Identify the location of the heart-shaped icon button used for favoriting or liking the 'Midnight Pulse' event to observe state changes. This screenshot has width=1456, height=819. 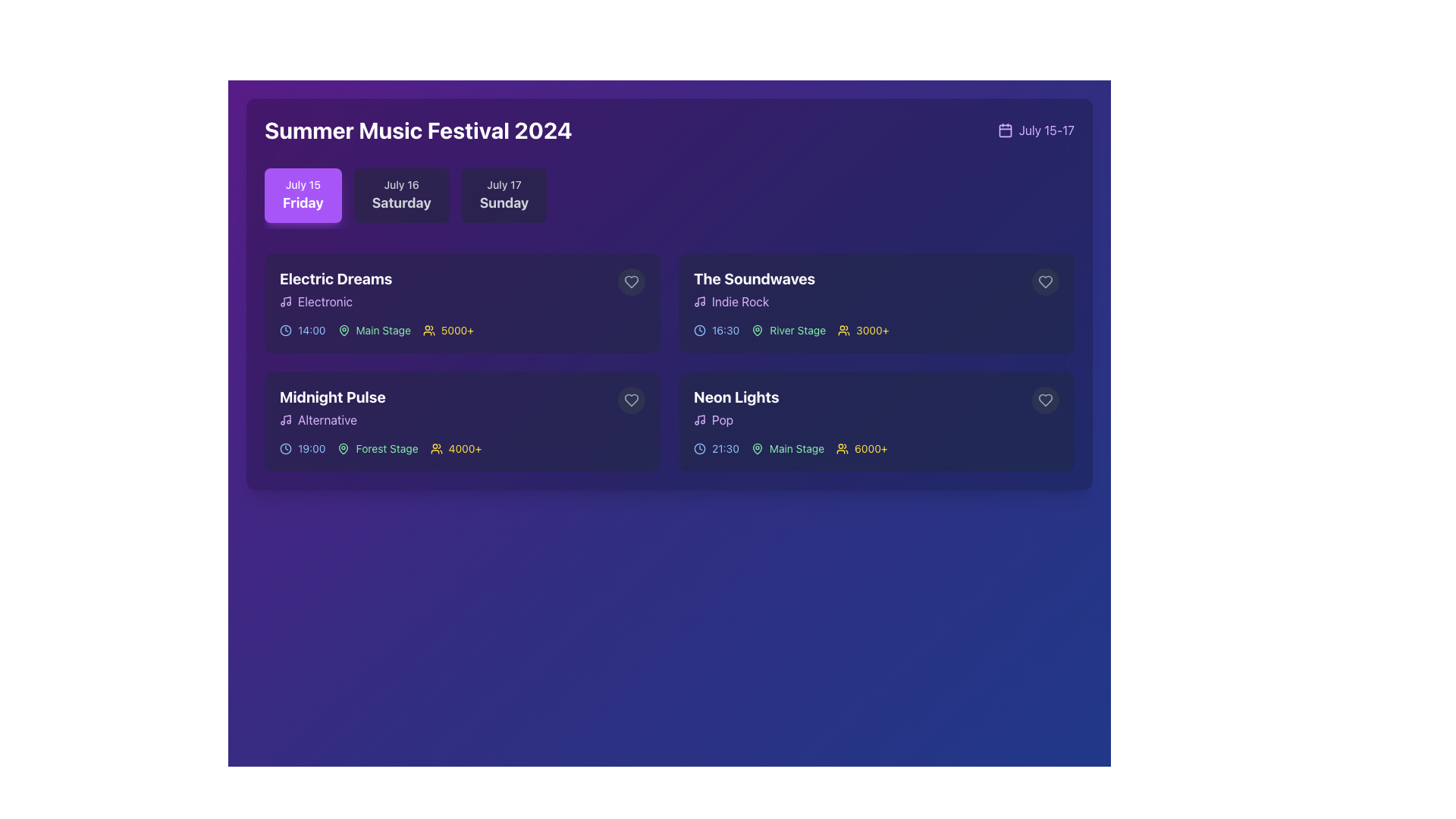
(632, 400).